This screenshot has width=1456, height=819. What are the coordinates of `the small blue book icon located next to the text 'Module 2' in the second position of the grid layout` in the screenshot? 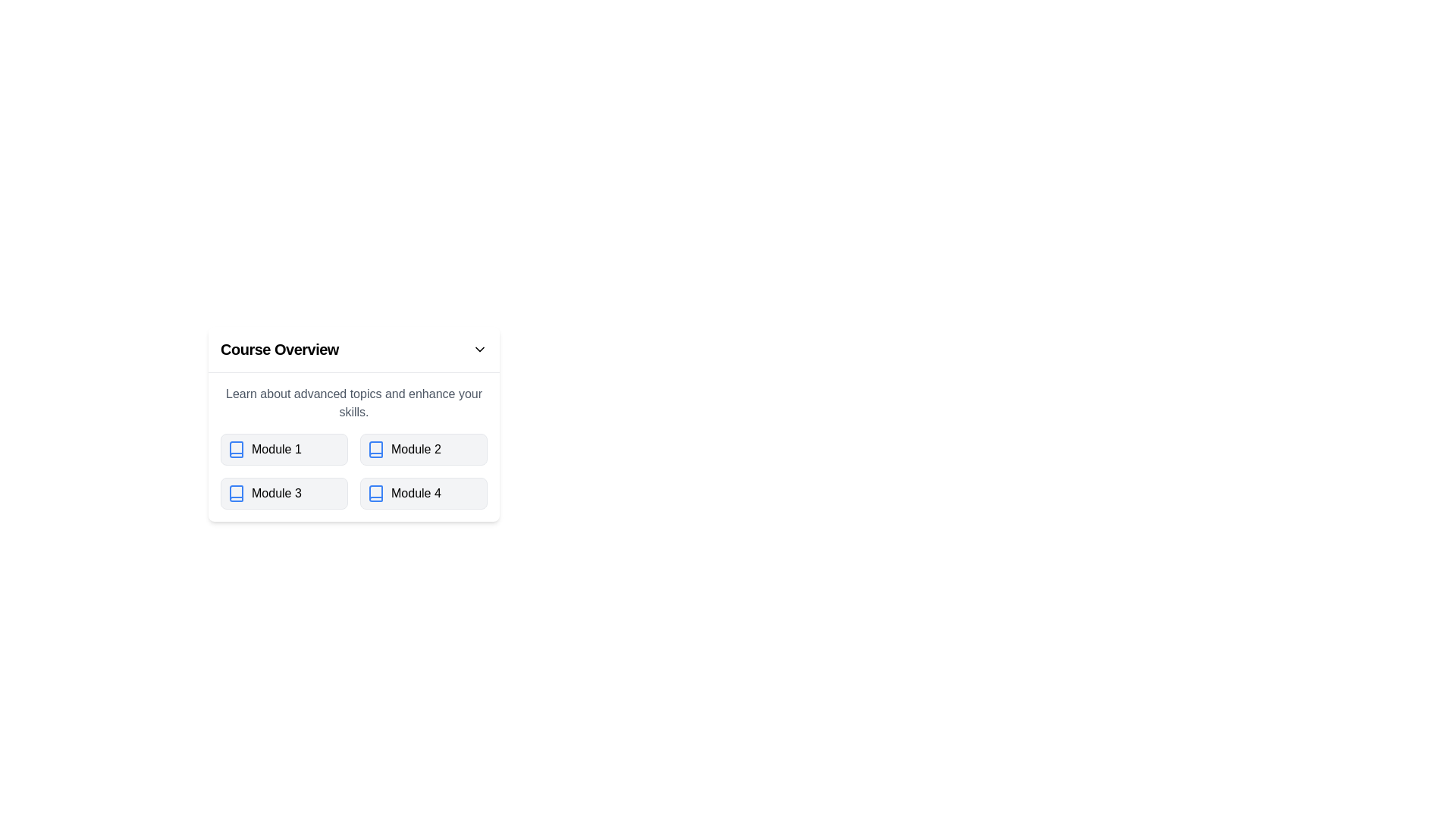 It's located at (375, 449).